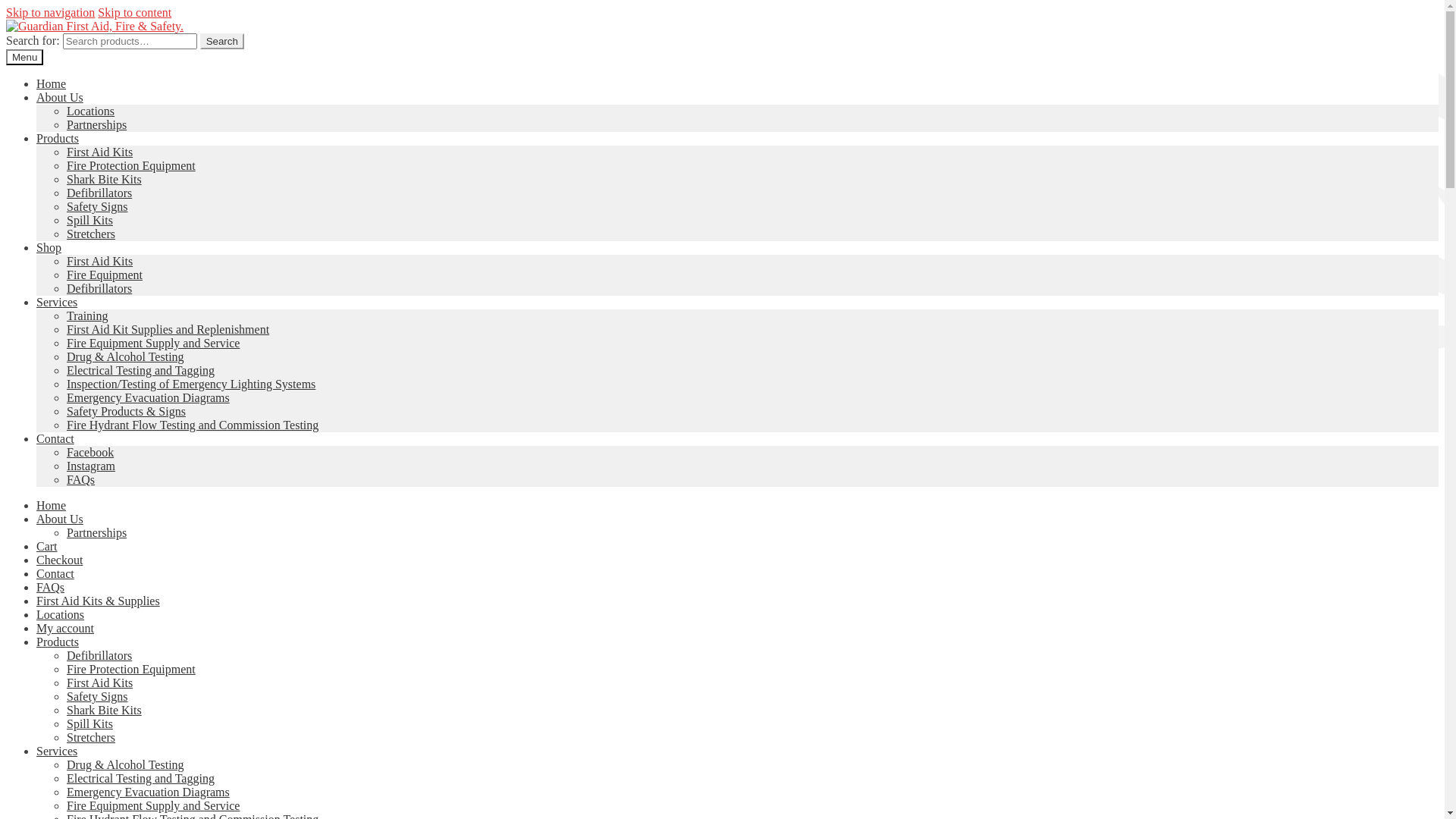 The image size is (1456, 819). What do you see at coordinates (59, 97) in the screenshot?
I see `'About Us'` at bounding box center [59, 97].